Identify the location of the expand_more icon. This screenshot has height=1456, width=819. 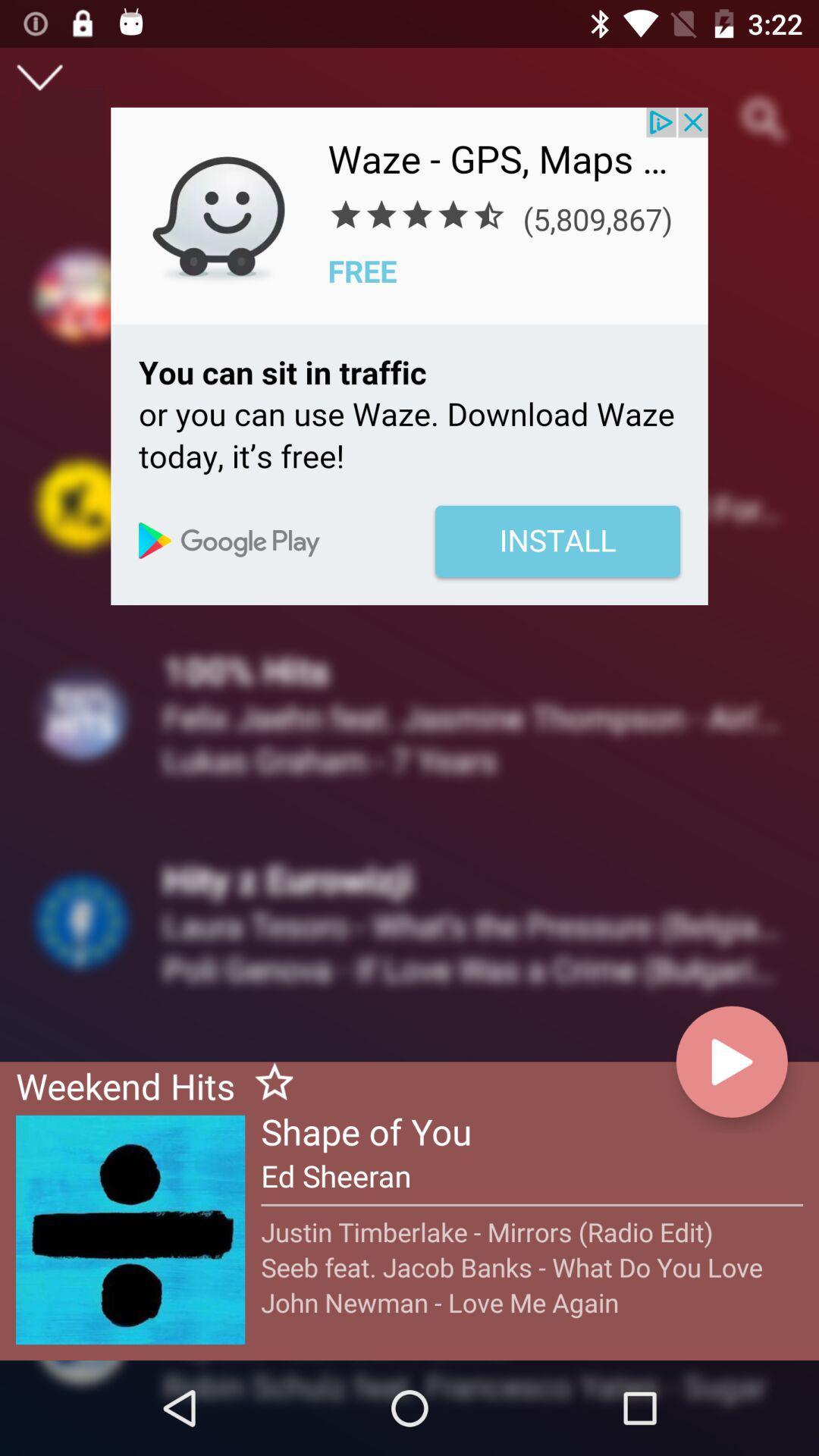
(39, 77).